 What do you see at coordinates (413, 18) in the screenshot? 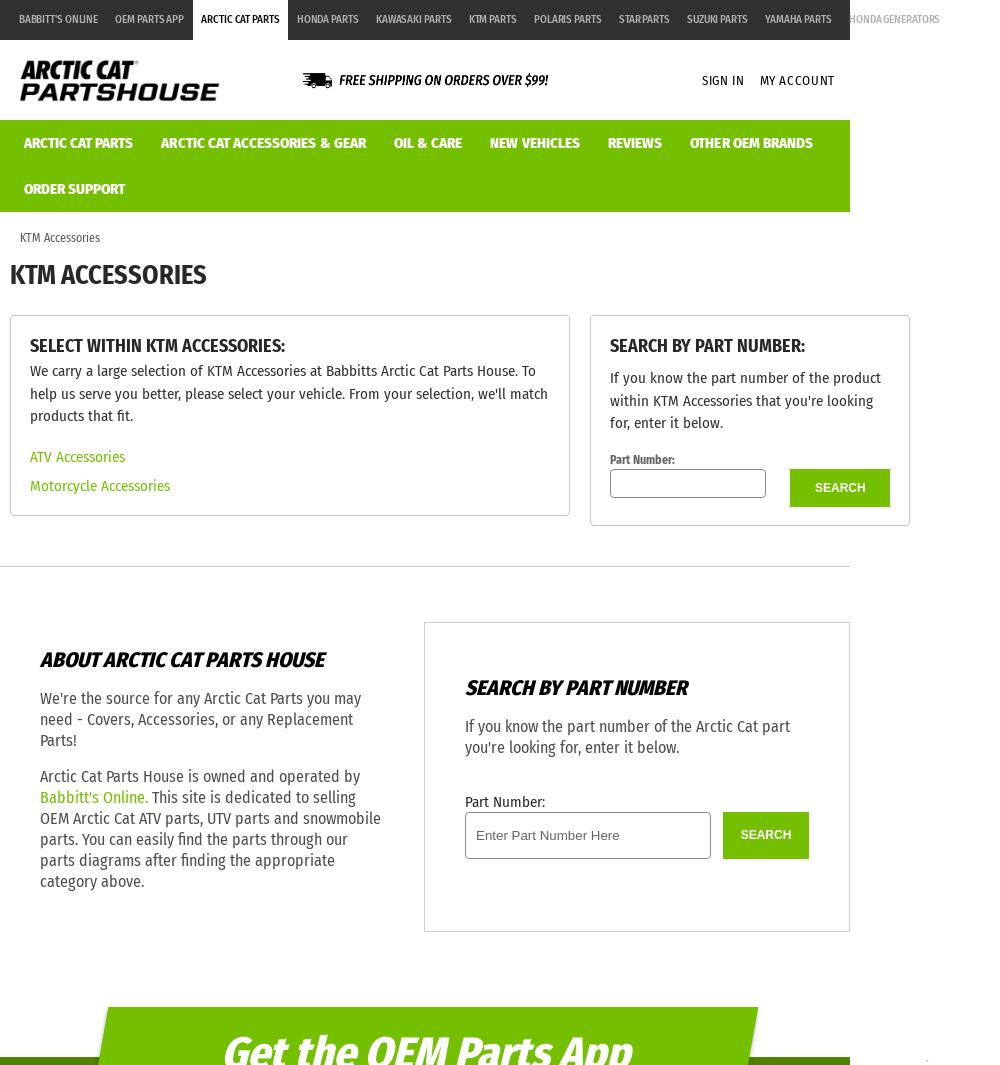
I see `'Kawasaki Parts'` at bounding box center [413, 18].